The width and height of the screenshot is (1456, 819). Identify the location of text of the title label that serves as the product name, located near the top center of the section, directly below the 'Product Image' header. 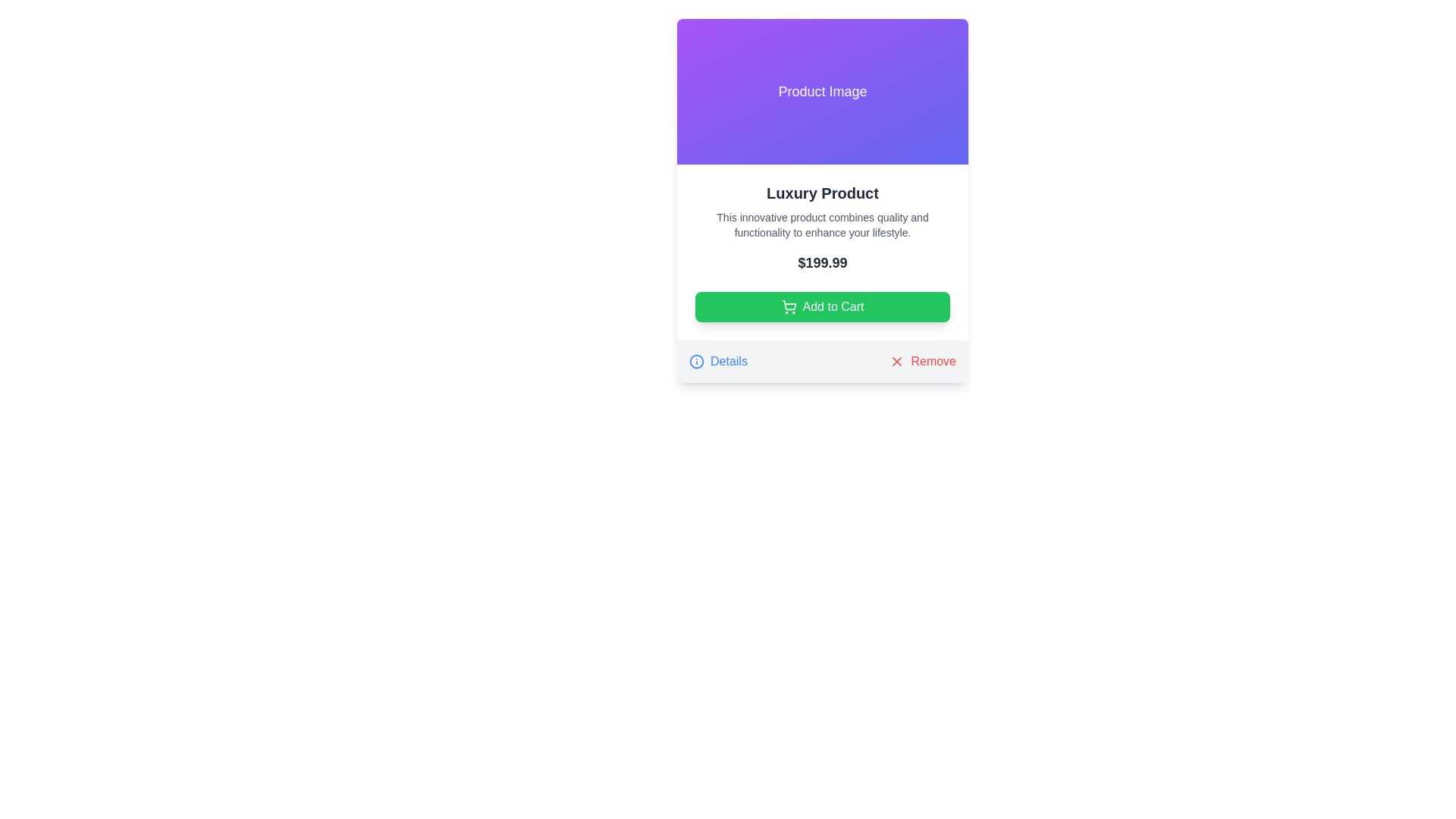
(821, 192).